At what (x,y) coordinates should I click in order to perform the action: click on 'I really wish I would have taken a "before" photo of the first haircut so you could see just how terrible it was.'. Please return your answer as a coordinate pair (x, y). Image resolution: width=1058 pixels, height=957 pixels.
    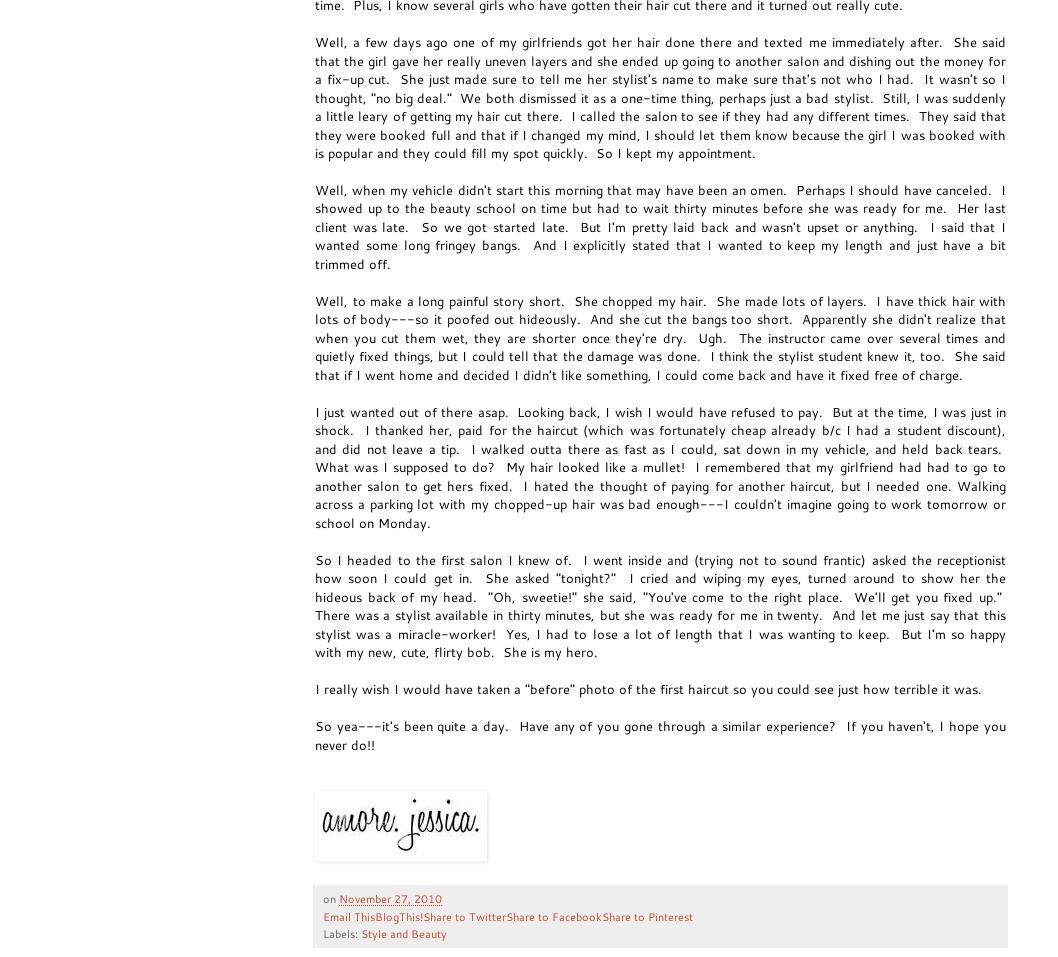
    Looking at the image, I should click on (651, 689).